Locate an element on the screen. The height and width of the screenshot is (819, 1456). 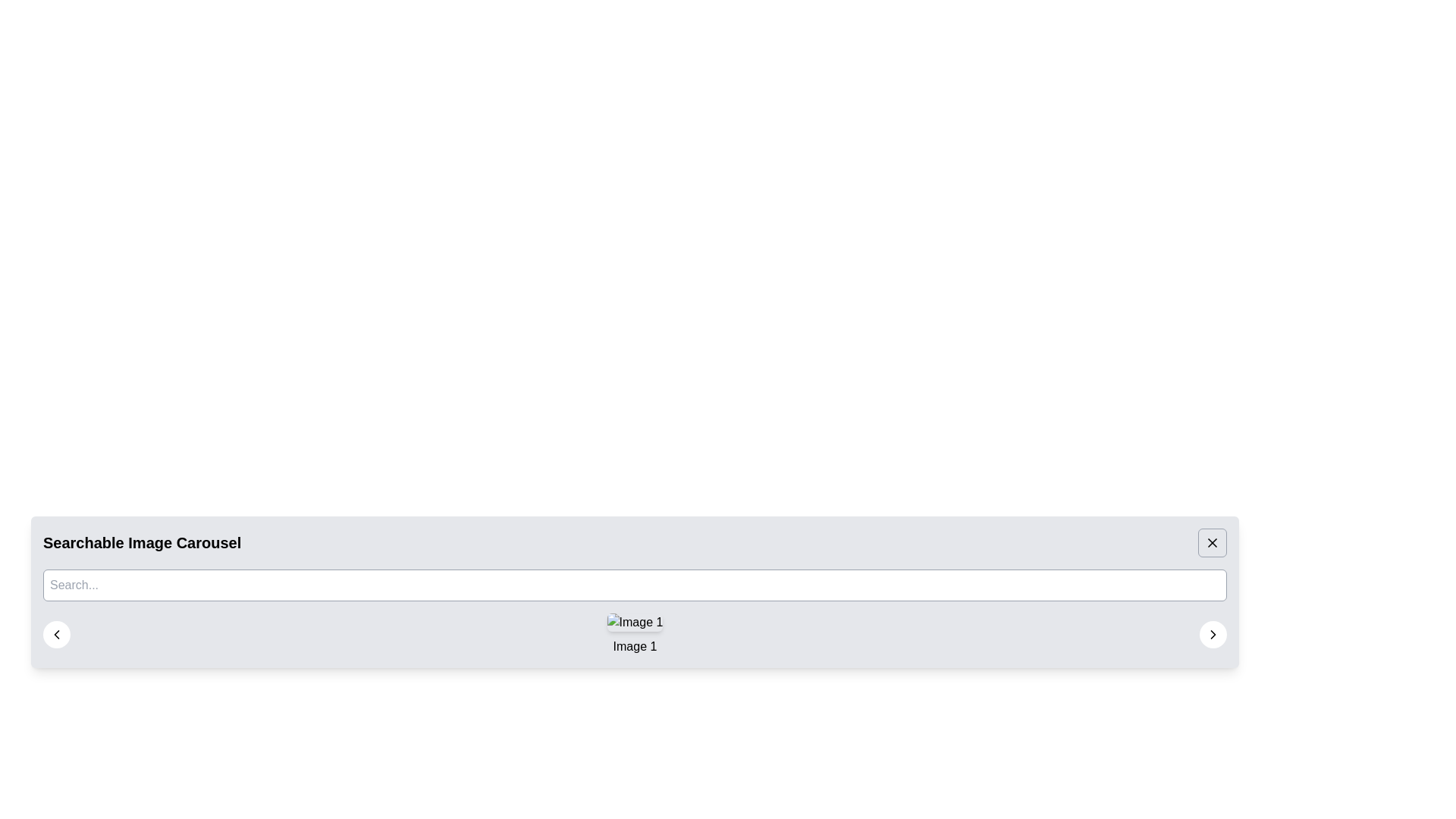
the 'previous item' button located in the top-left corner of the carousel interface is located at coordinates (57, 635).